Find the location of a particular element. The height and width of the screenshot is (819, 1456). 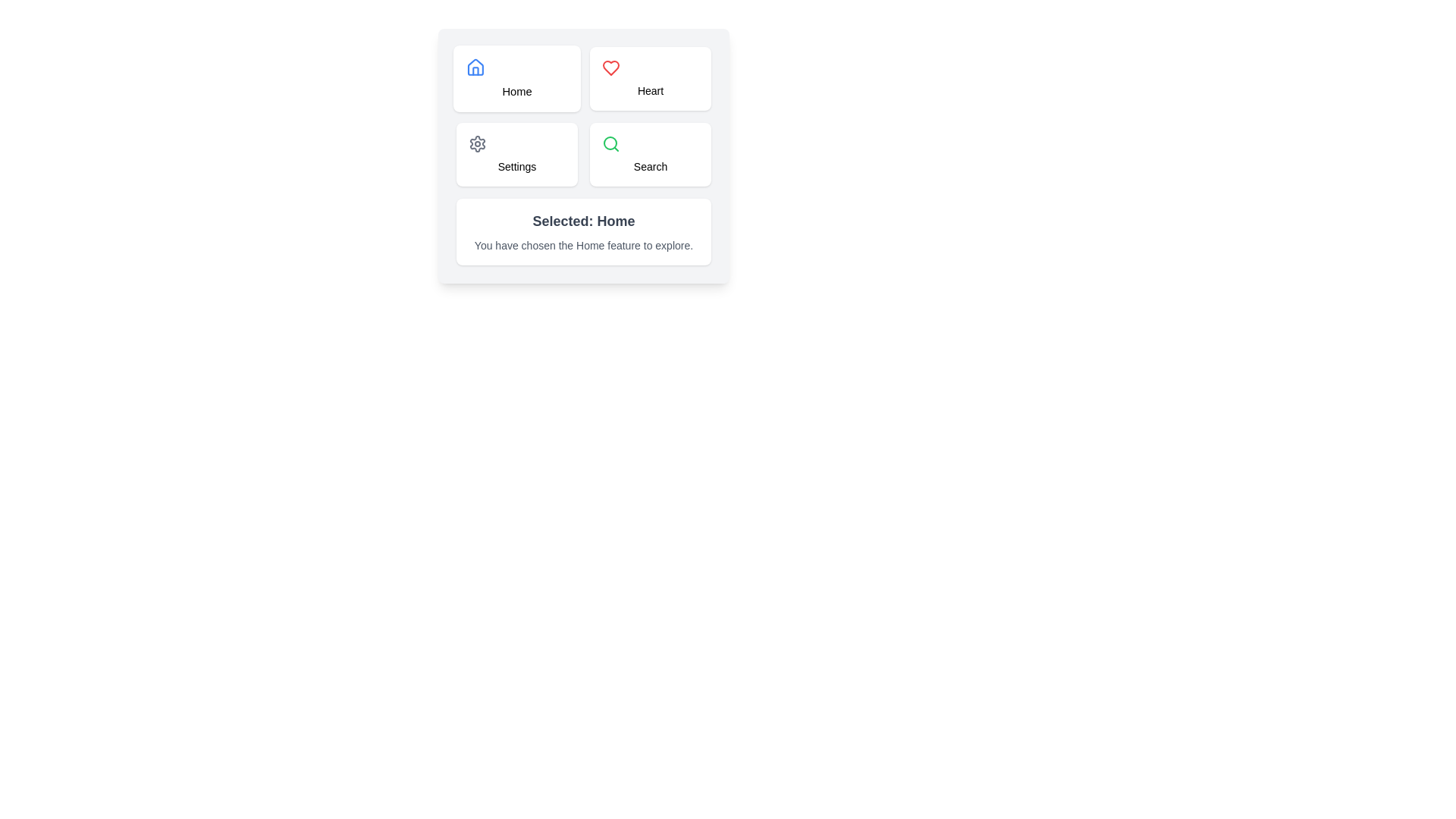

the green magnifying glass icon within the 'Search' button is located at coordinates (611, 143).